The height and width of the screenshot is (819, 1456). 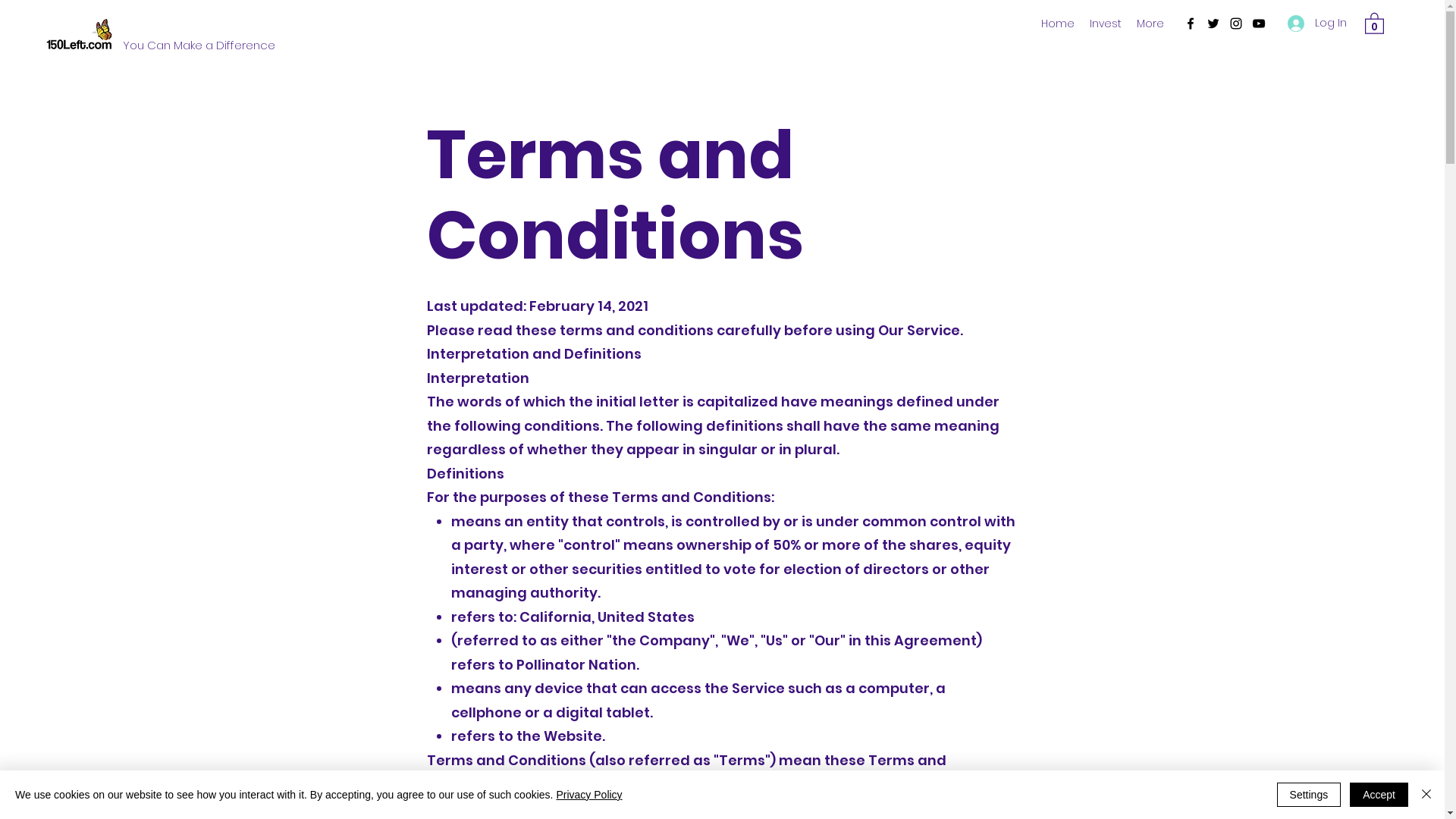 What do you see at coordinates (1106, 23) in the screenshot?
I see `'Invest'` at bounding box center [1106, 23].